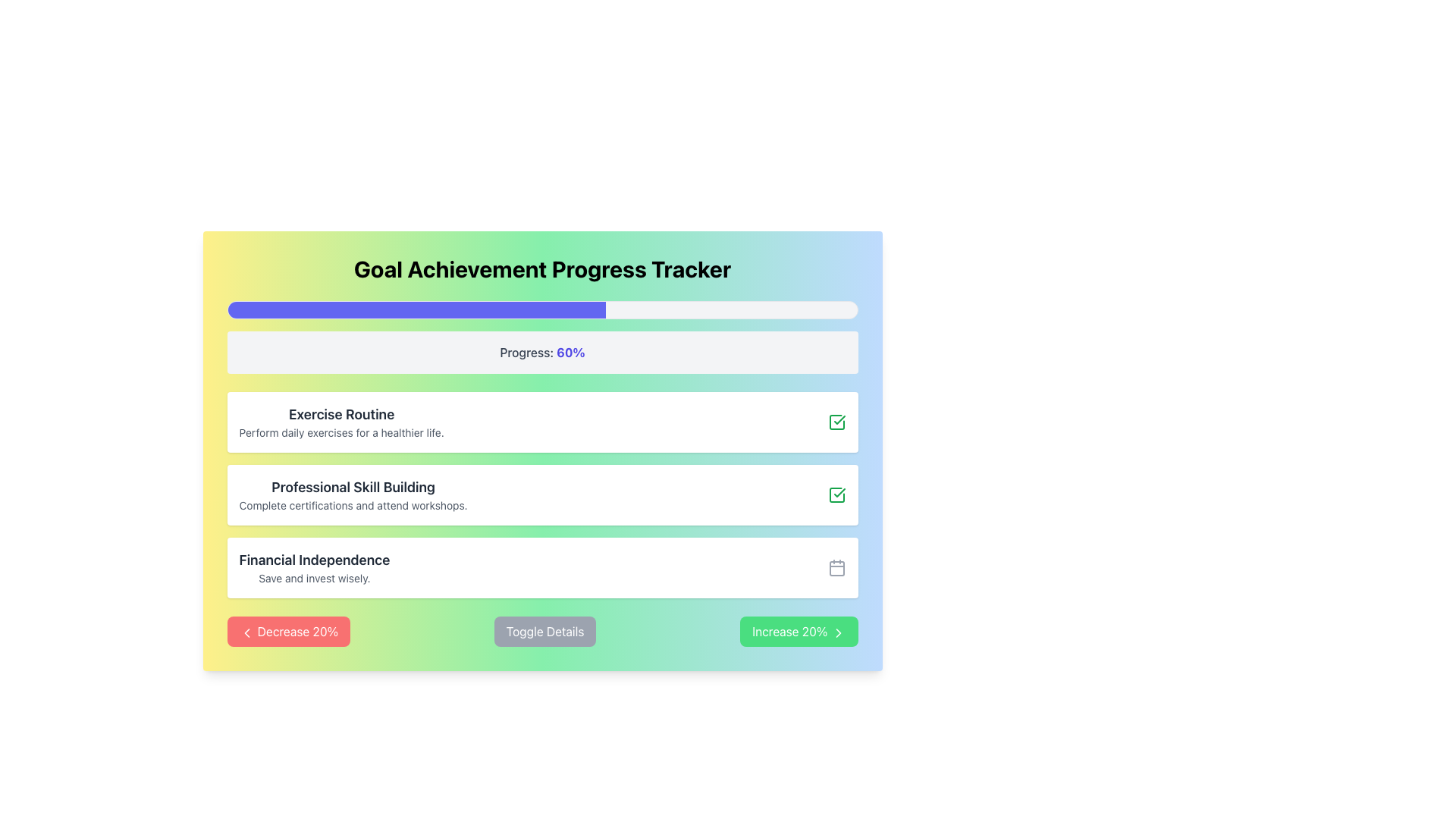 Image resolution: width=1456 pixels, height=819 pixels. What do you see at coordinates (570, 353) in the screenshot?
I see `the static text display that indicates the current progress percentage, located centrally with a light gray background and the text 'Progress'` at bounding box center [570, 353].